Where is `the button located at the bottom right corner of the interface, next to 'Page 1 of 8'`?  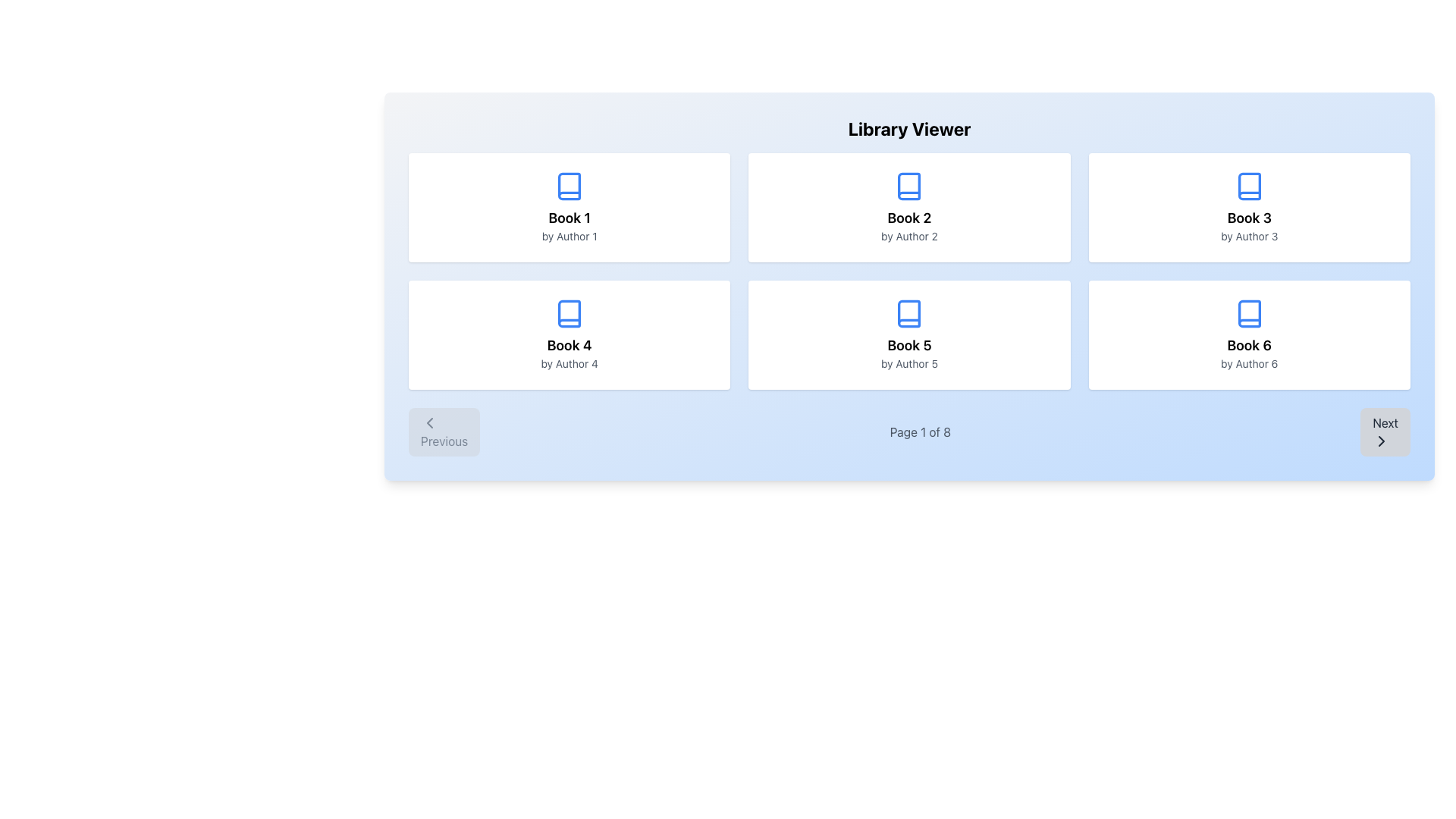 the button located at the bottom right corner of the interface, next to 'Page 1 of 8' is located at coordinates (1385, 432).